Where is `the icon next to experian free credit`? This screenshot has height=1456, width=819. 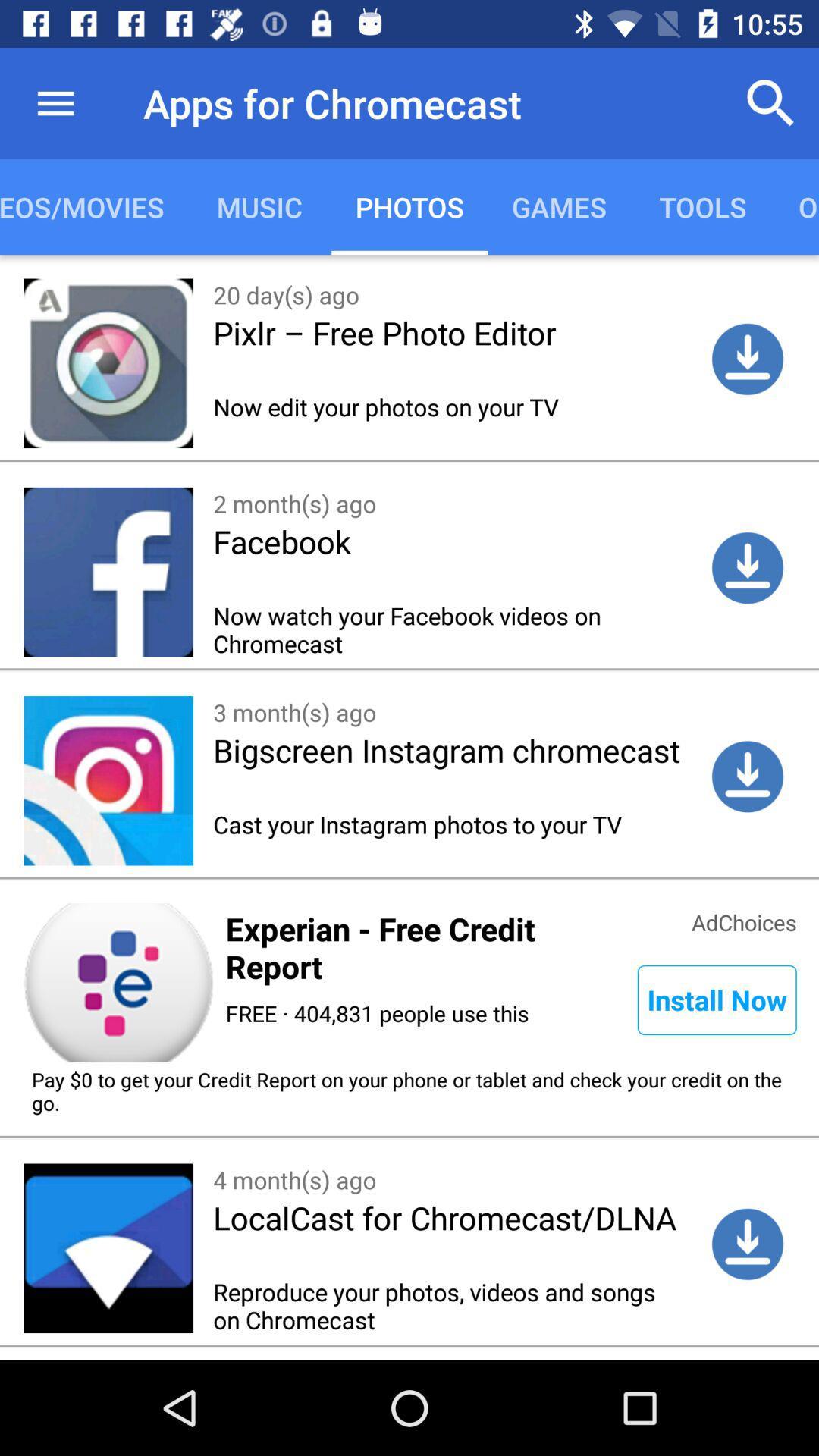
the icon next to experian free credit is located at coordinates (743, 920).